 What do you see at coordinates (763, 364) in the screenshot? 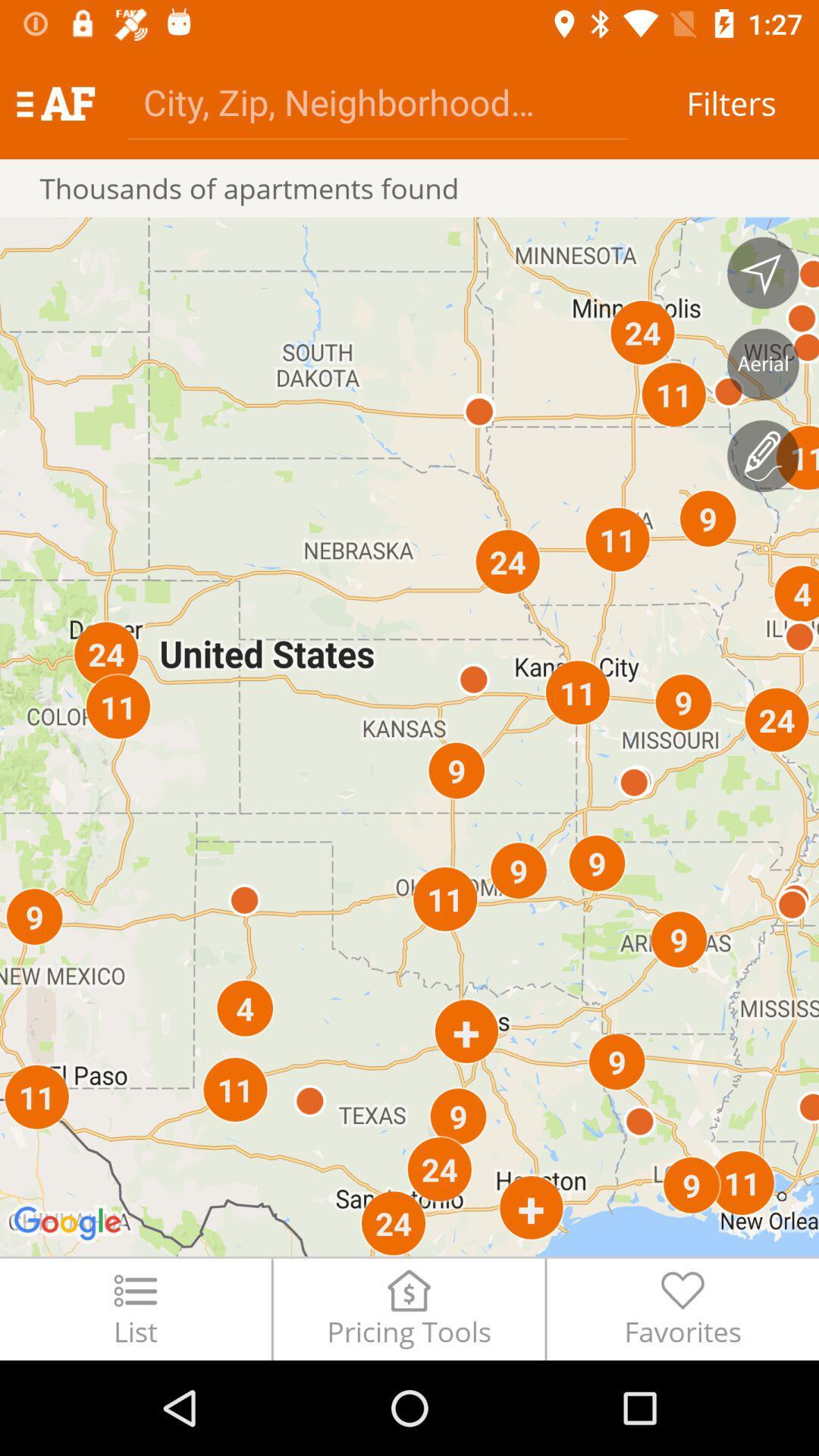
I see `aerial view` at bounding box center [763, 364].